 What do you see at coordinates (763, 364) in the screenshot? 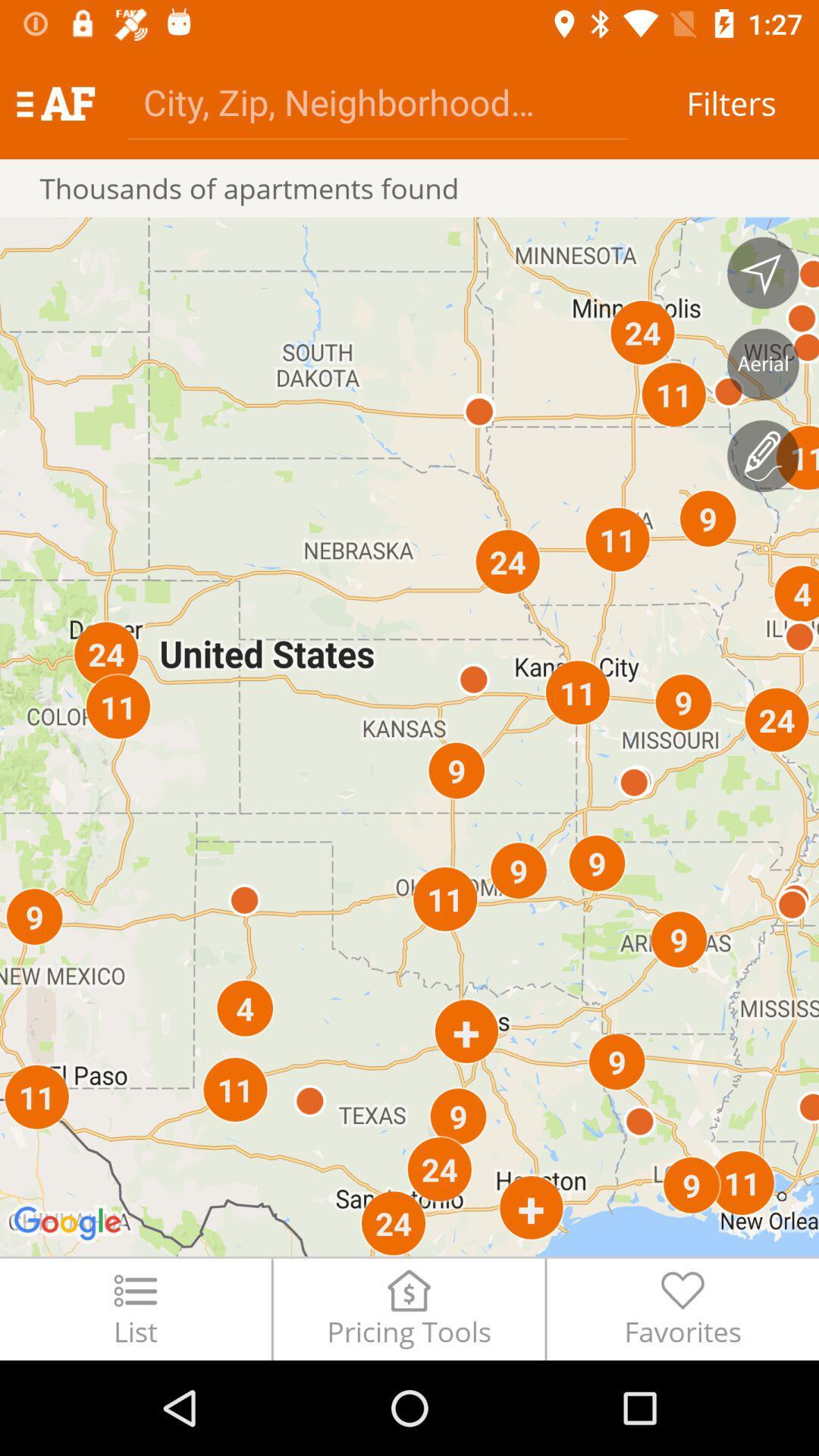
I see `aerial view` at bounding box center [763, 364].